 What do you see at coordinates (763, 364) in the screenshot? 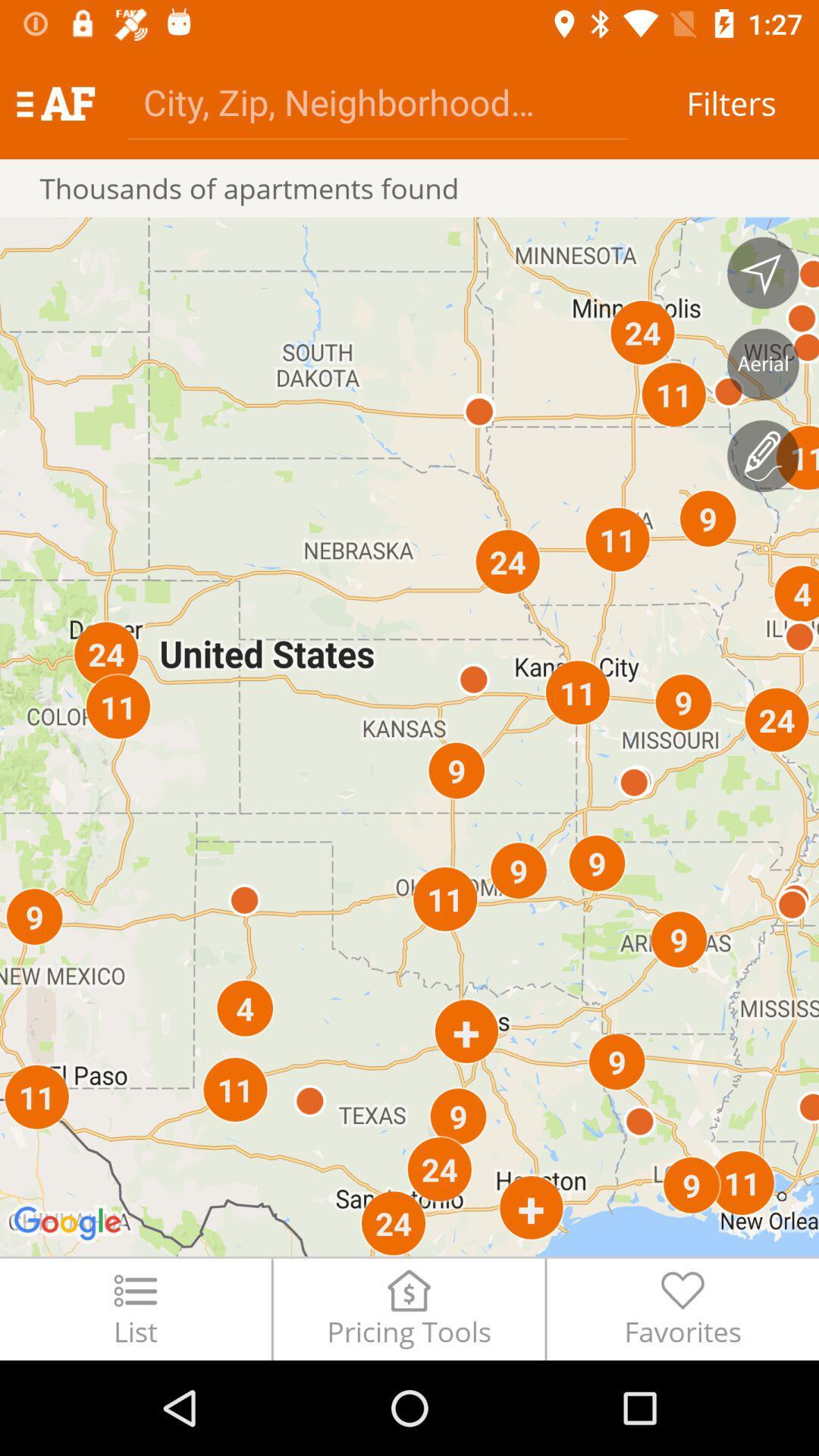
I see `aerial view` at bounding box center [763, 364].